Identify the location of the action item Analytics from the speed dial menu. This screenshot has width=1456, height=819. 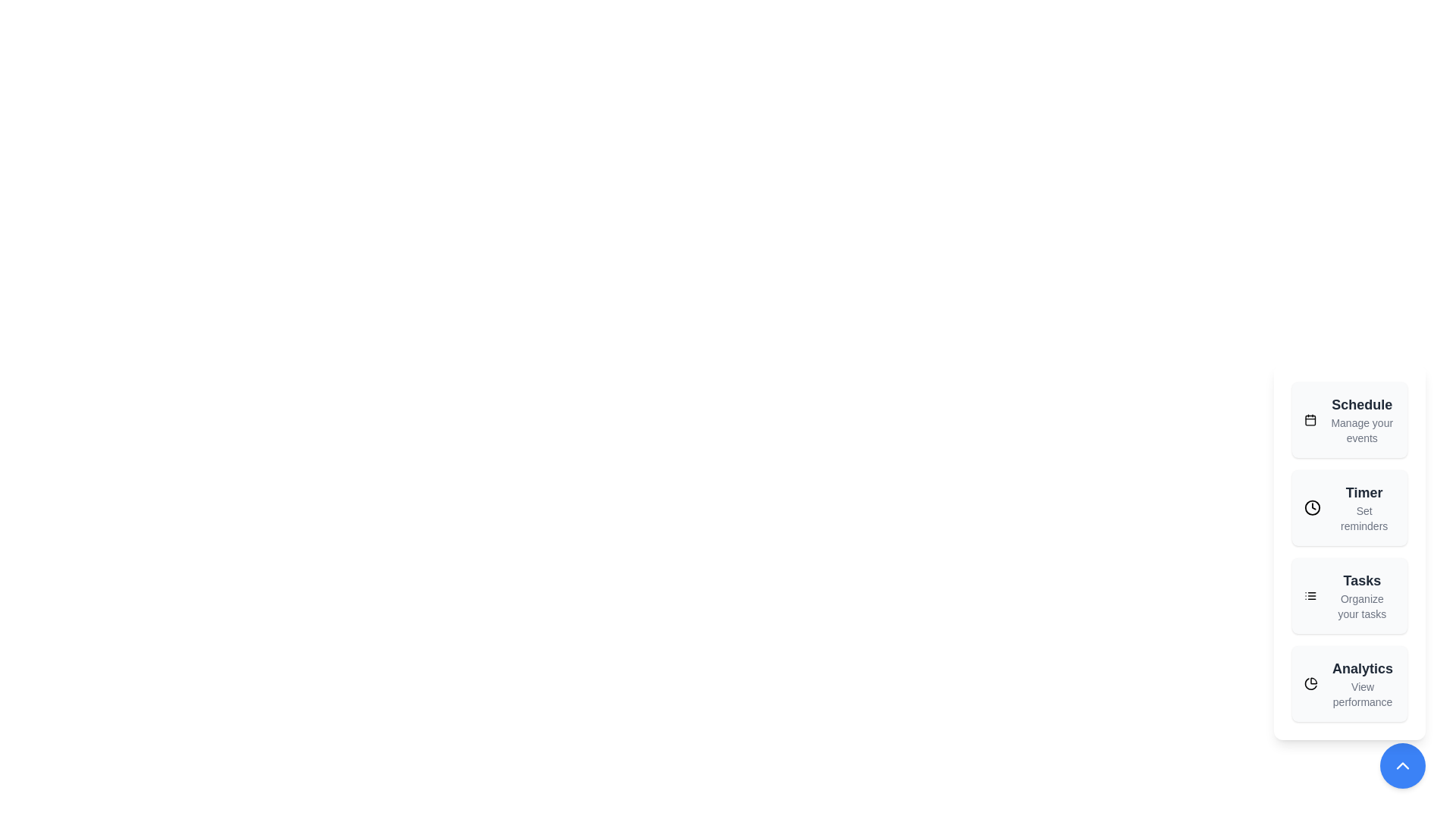
(1350, 684).